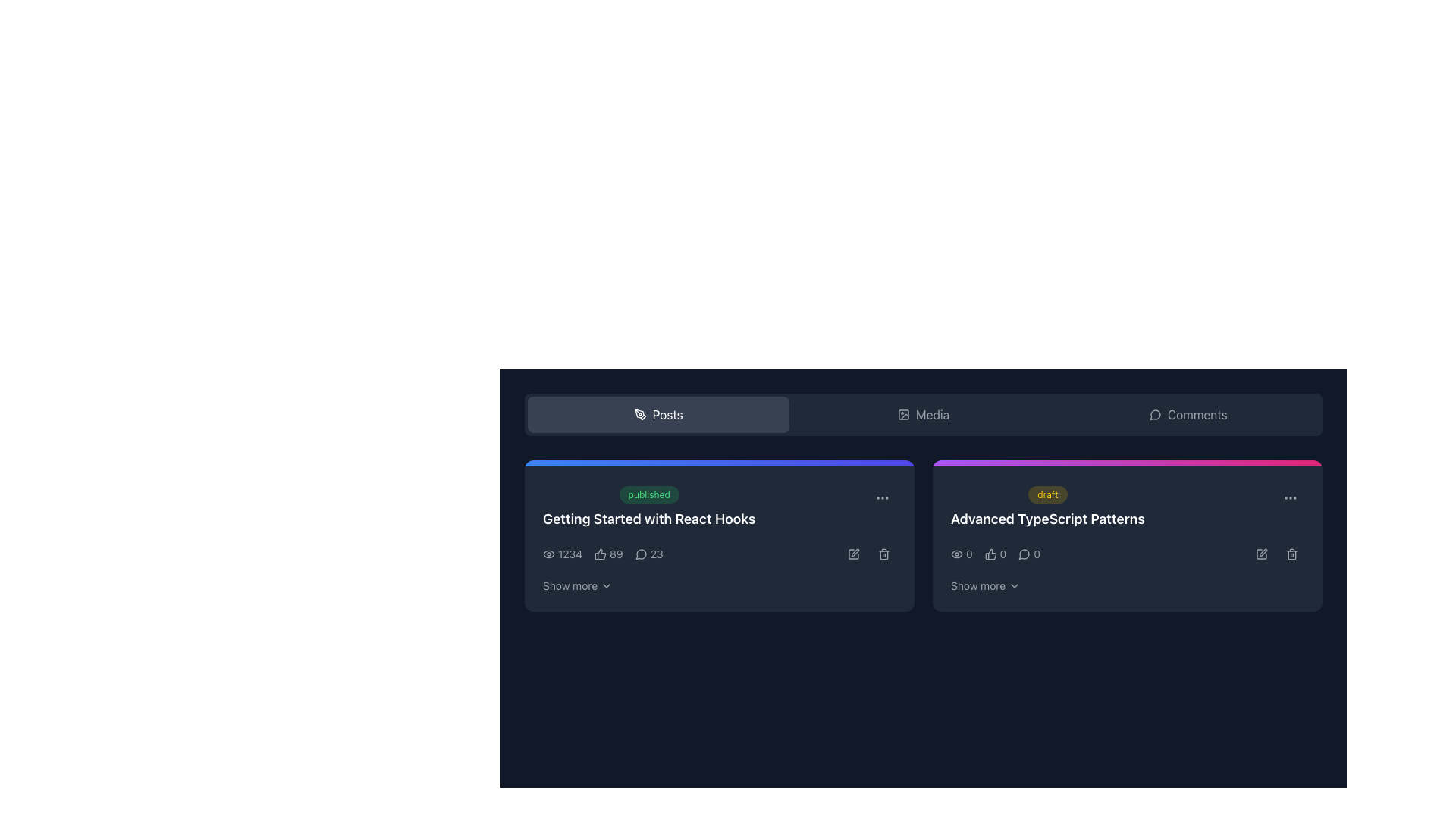 Image resolution: width=1456 pixels, height=819 pixels. I want to click on the downward-pointing chevron icon located to the right of the 'Show more' text in the 'Getting Started with React Hooks' card, so click(607, 585).